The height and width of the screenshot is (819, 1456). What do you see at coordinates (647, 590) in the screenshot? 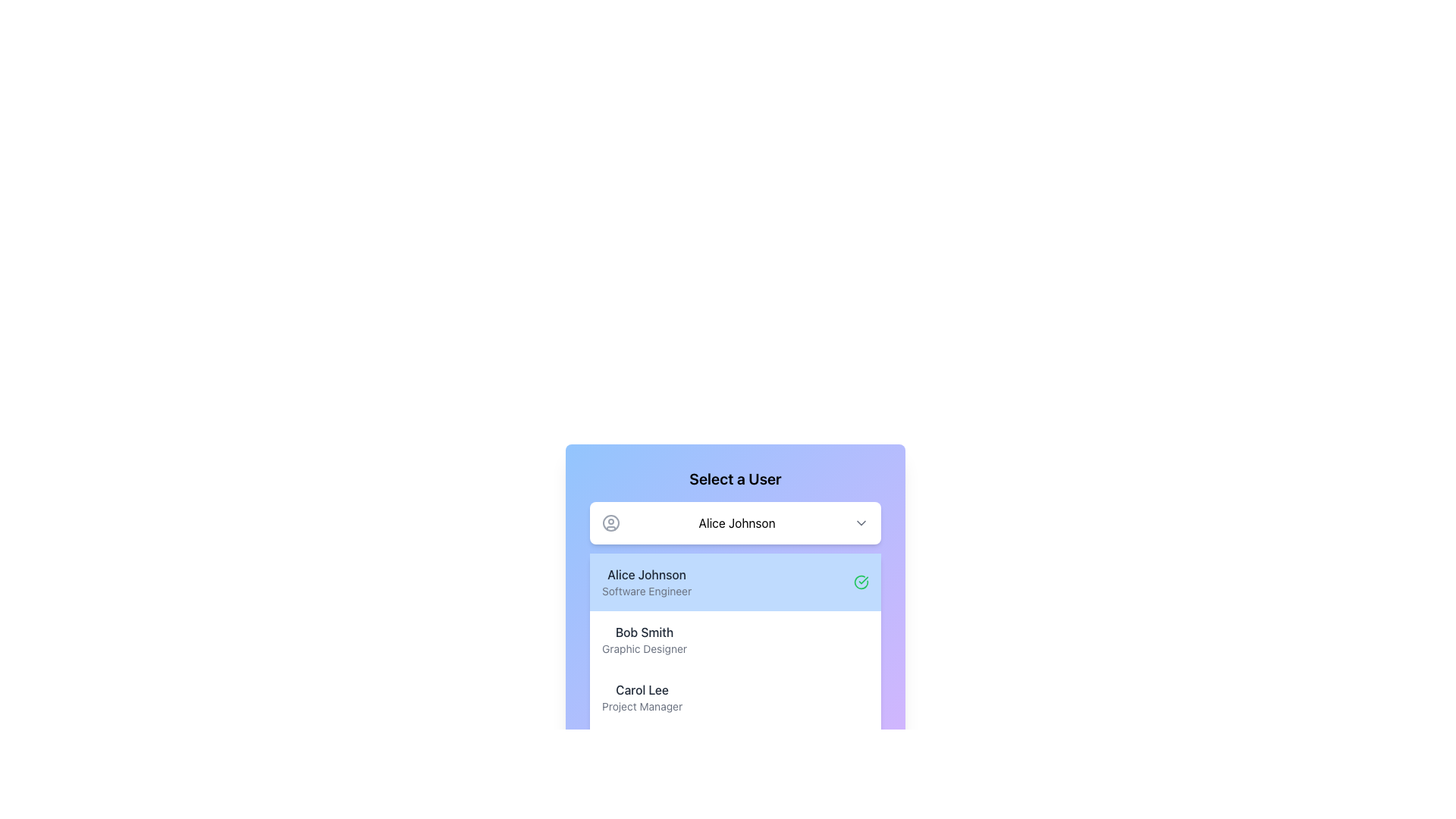
I see `the text 'Software Engineer' displayed in small, gray font beneath 'Alice Johnson' in the dropdown list with a blue gradient background` at bounding box center [647, 590].